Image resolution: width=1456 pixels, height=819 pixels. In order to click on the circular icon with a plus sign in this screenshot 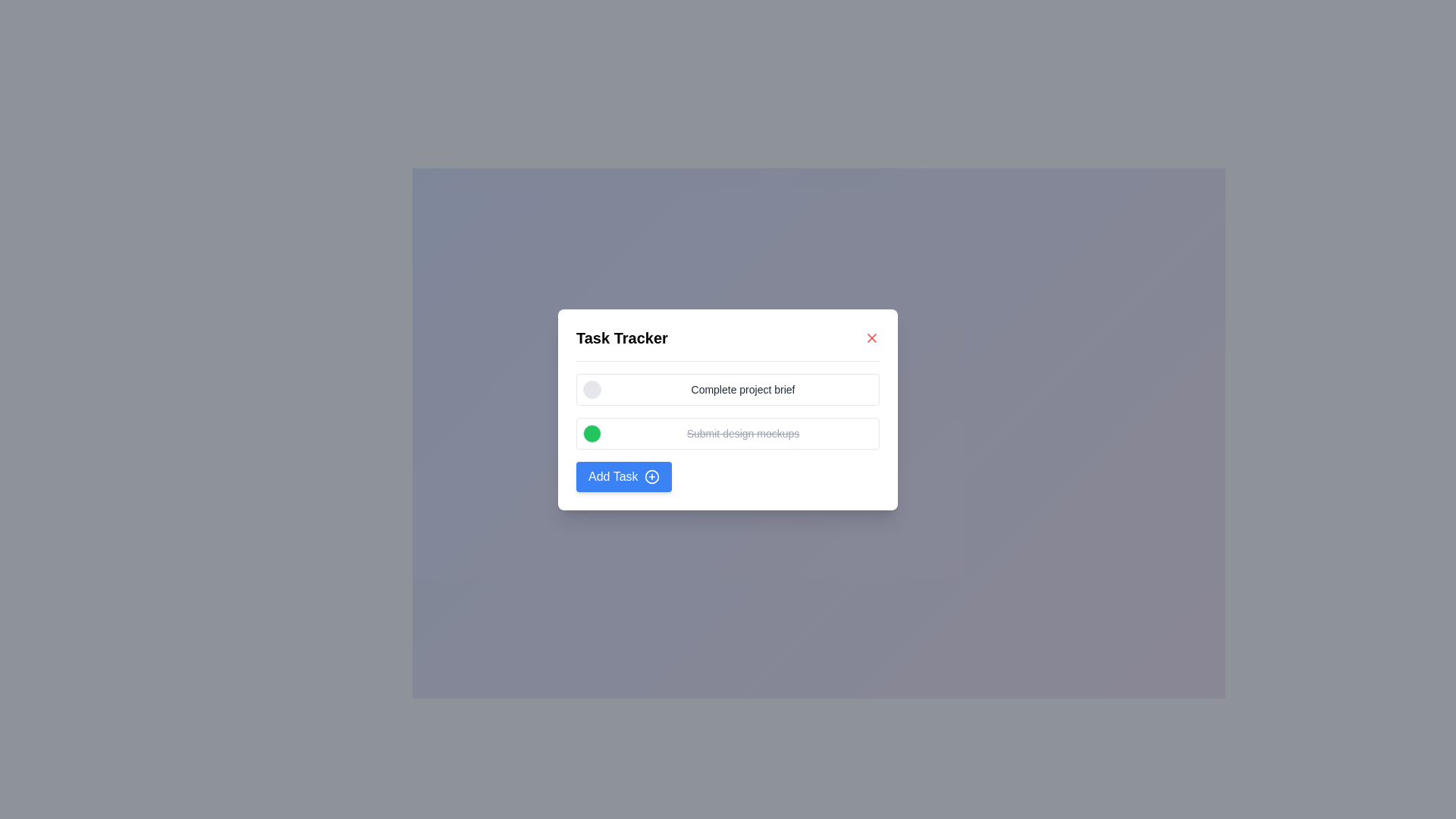, I will do `click(651, 475)`.